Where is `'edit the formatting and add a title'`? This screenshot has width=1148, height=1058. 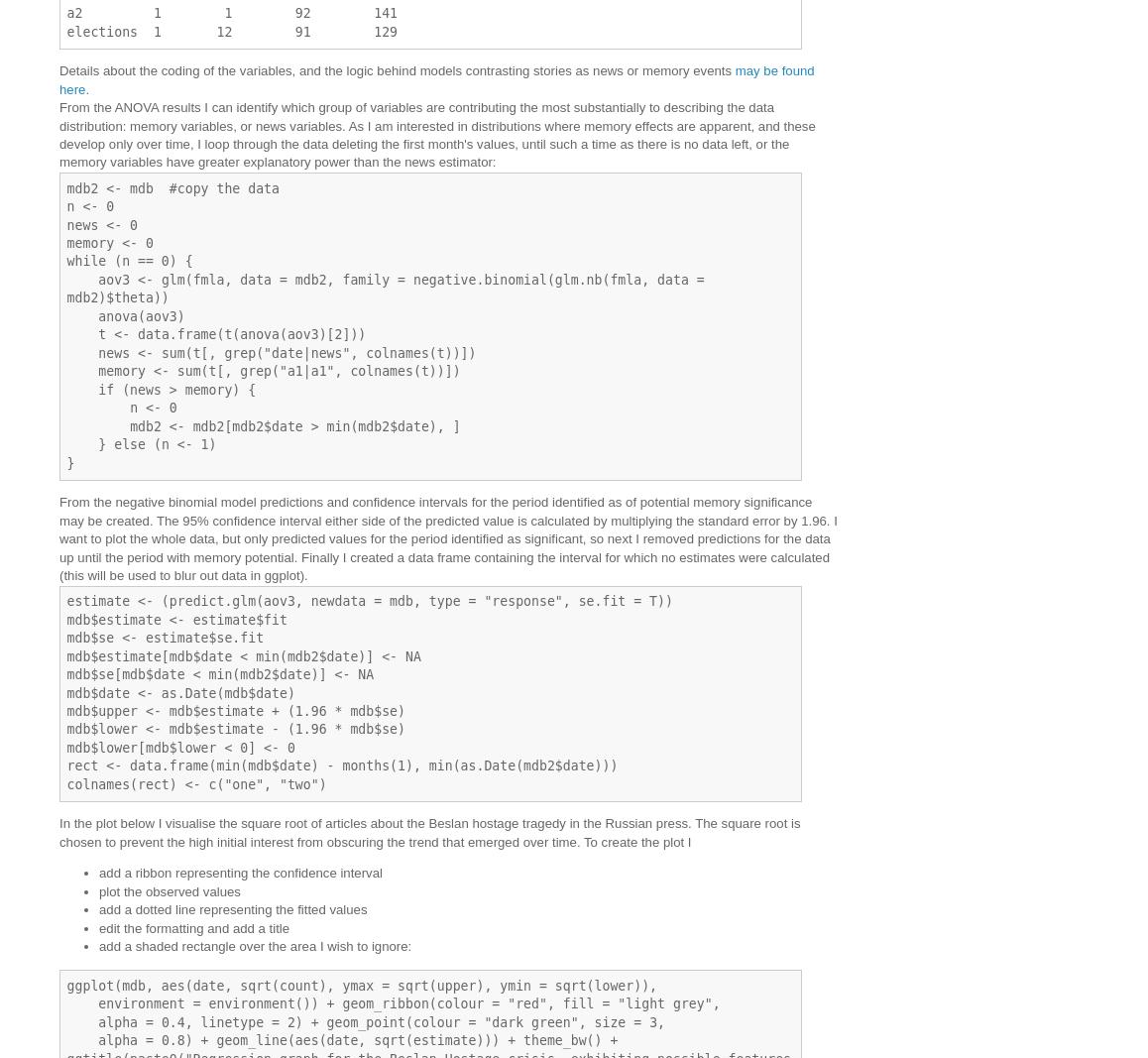 'edit the formatting and add a title' is located at coordinates (194, 927).